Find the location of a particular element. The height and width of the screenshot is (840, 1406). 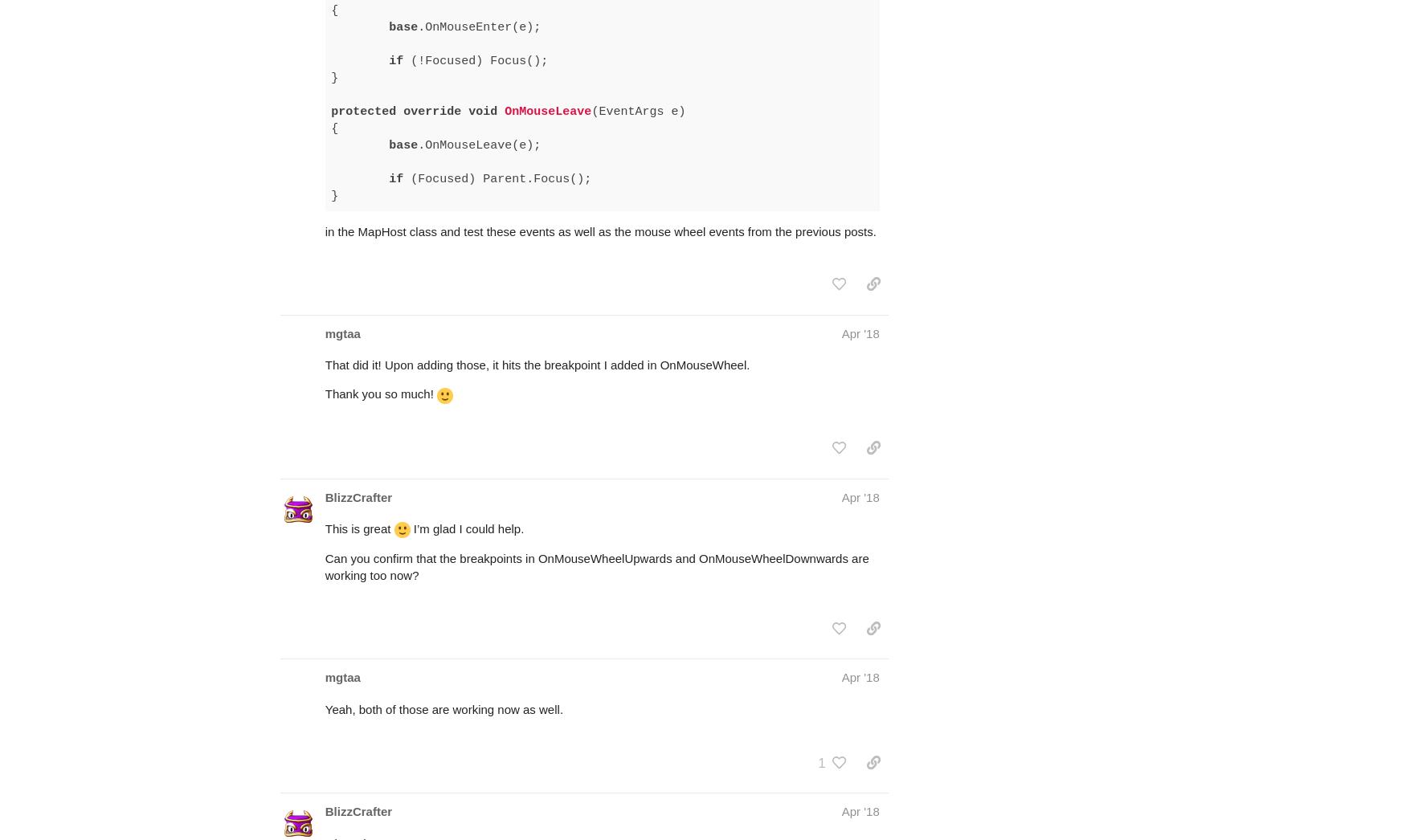

'Yeah, both of those are working now as well.' is located at coordinates (324, 646).